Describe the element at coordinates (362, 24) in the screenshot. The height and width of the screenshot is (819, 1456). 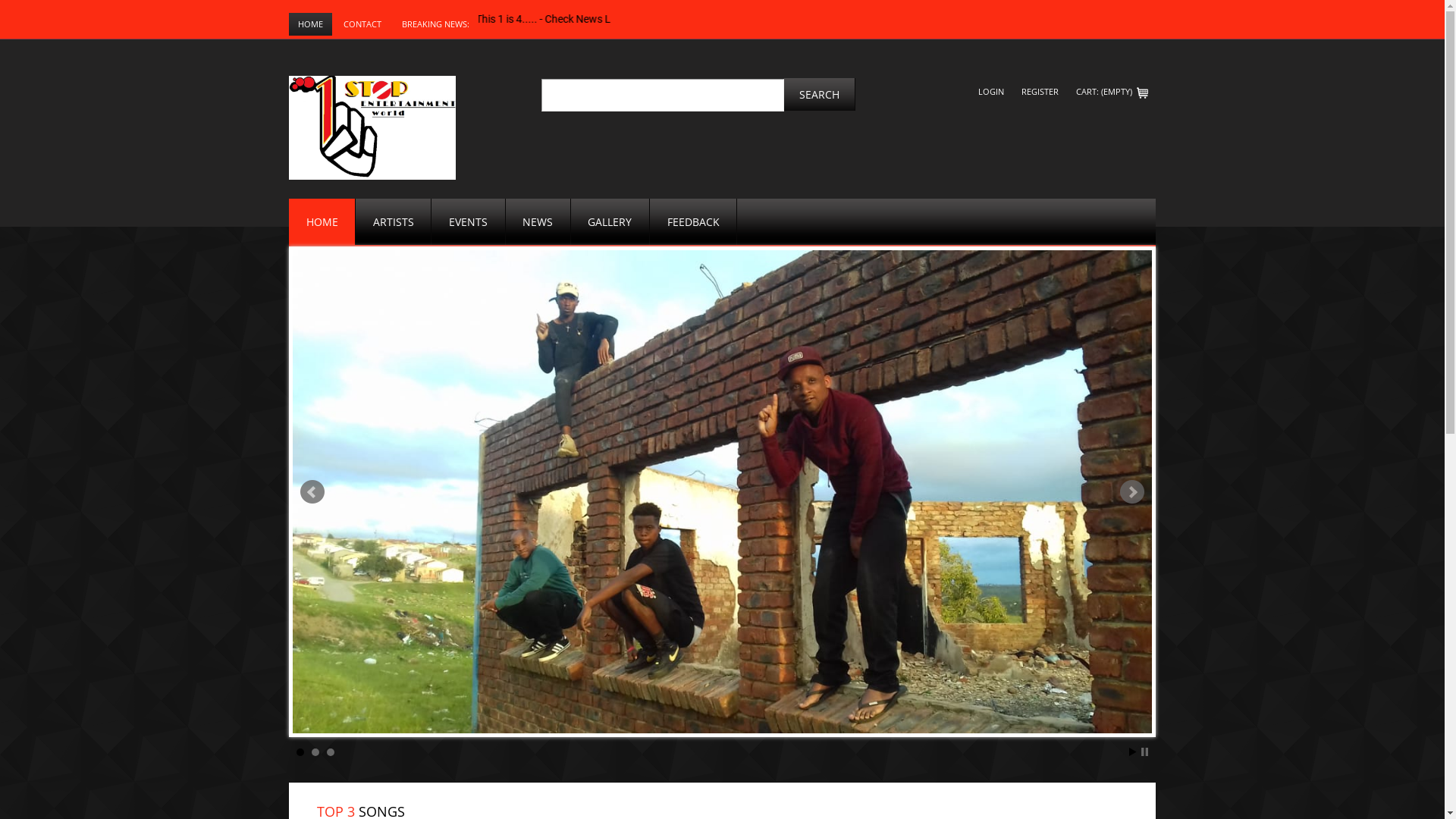
I see `'CONTACT'` at that location.